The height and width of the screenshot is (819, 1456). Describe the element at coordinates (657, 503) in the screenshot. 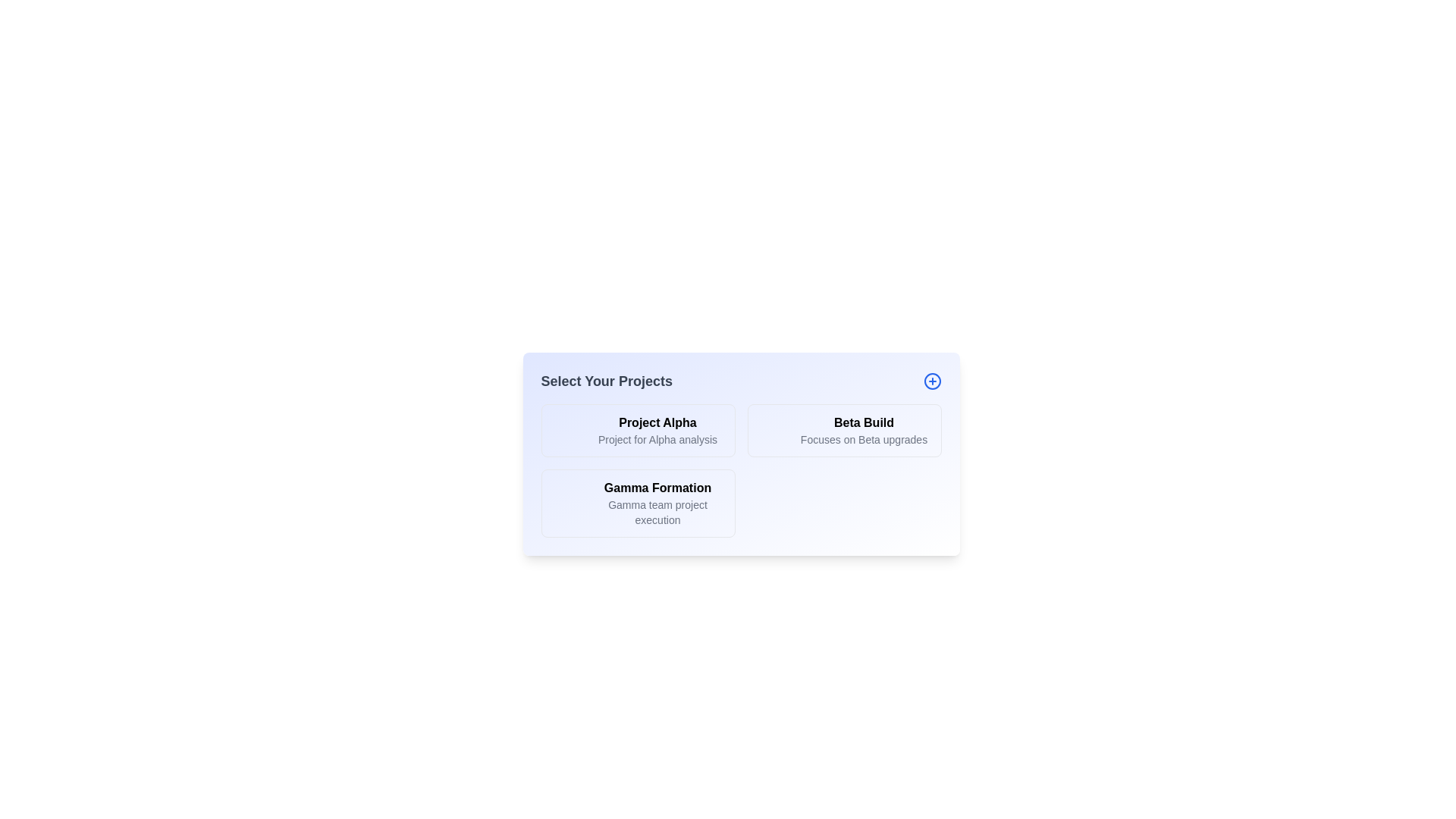

I see `the Text Block titled 'Gamma Formation' which contains the description 'Gamma team project execution'` at that location.